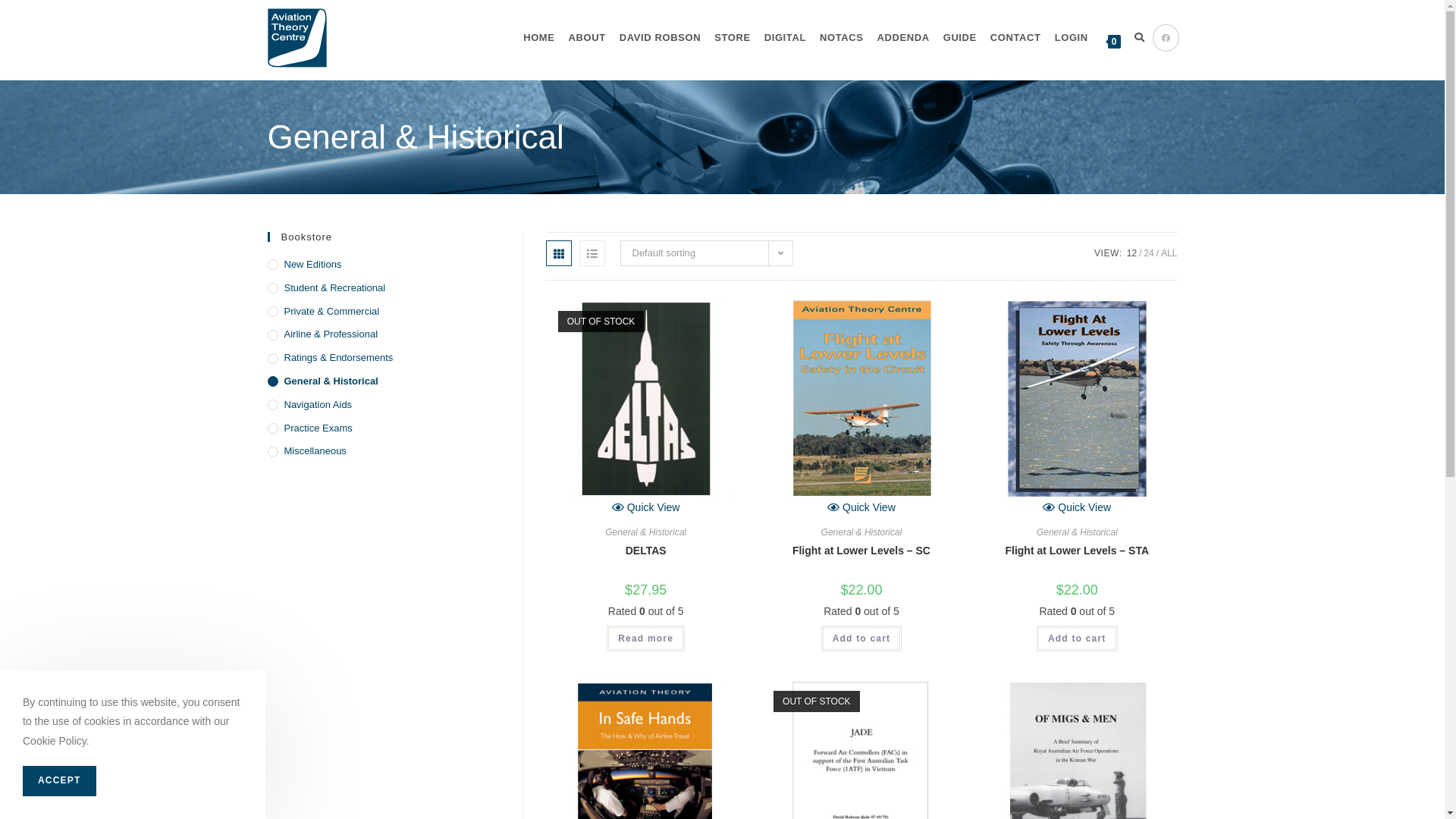  Describe the element at coordinates (1148, 253) in the screenshot. I see `'24'` at that location.